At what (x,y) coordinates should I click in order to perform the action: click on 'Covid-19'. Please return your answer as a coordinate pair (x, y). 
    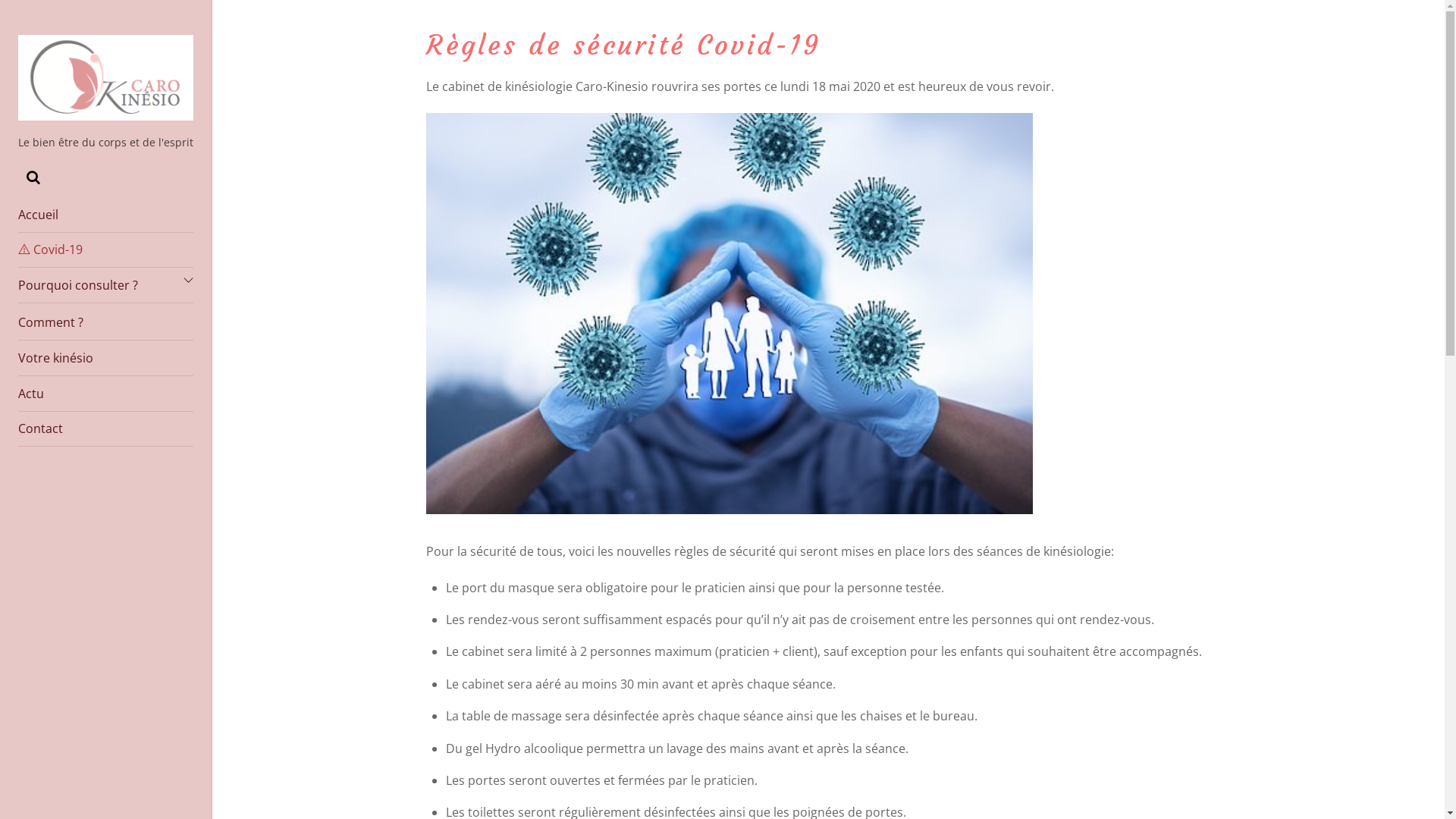
    Looking at the image, I should click on (105, 249).